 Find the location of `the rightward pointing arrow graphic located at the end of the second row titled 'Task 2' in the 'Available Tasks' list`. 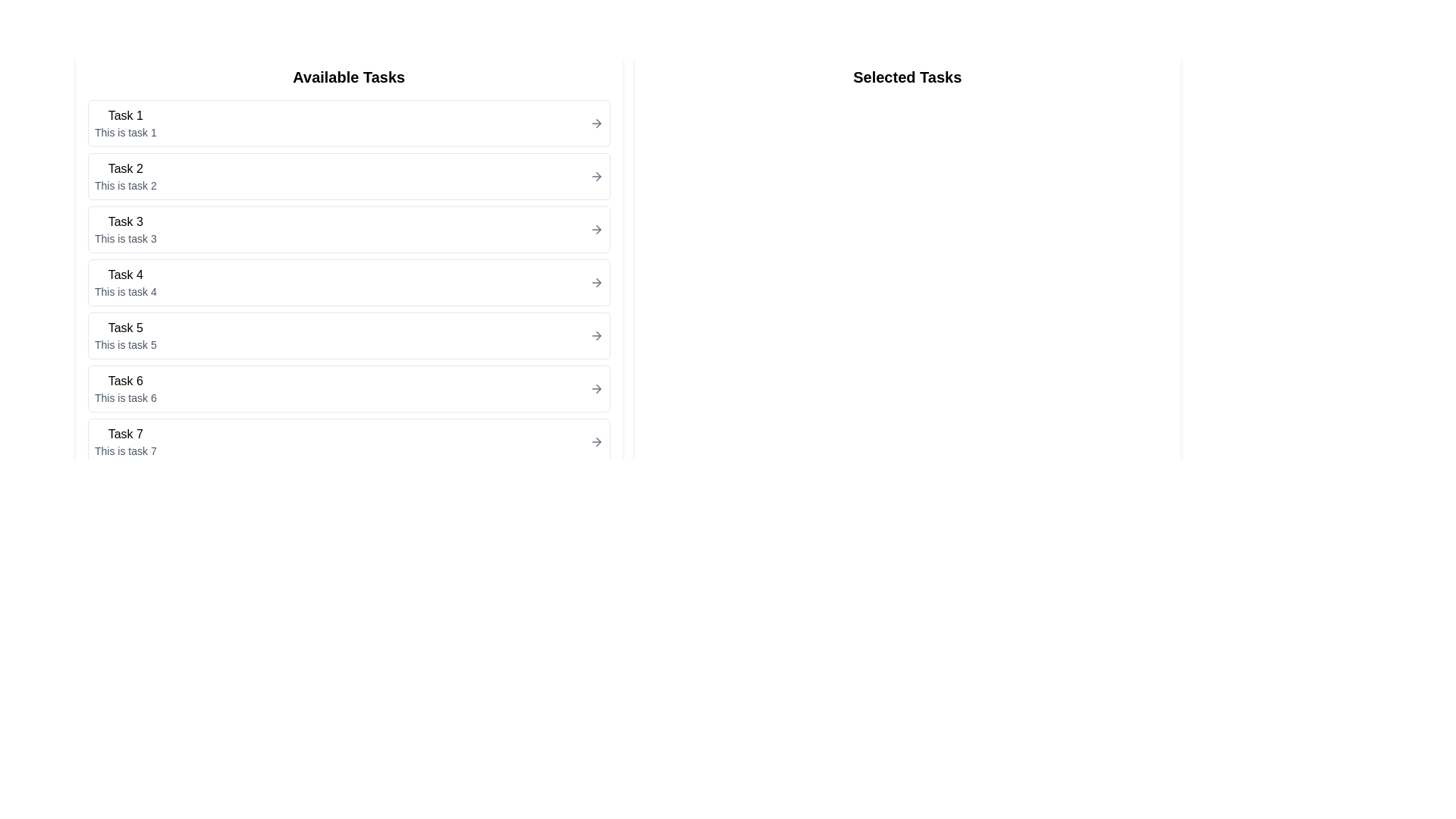

the rightward pointing arrow graphic located at the end of the second row titled 'Task 2' in the 'Available Tasks' list is located at coordinates (598, 175).